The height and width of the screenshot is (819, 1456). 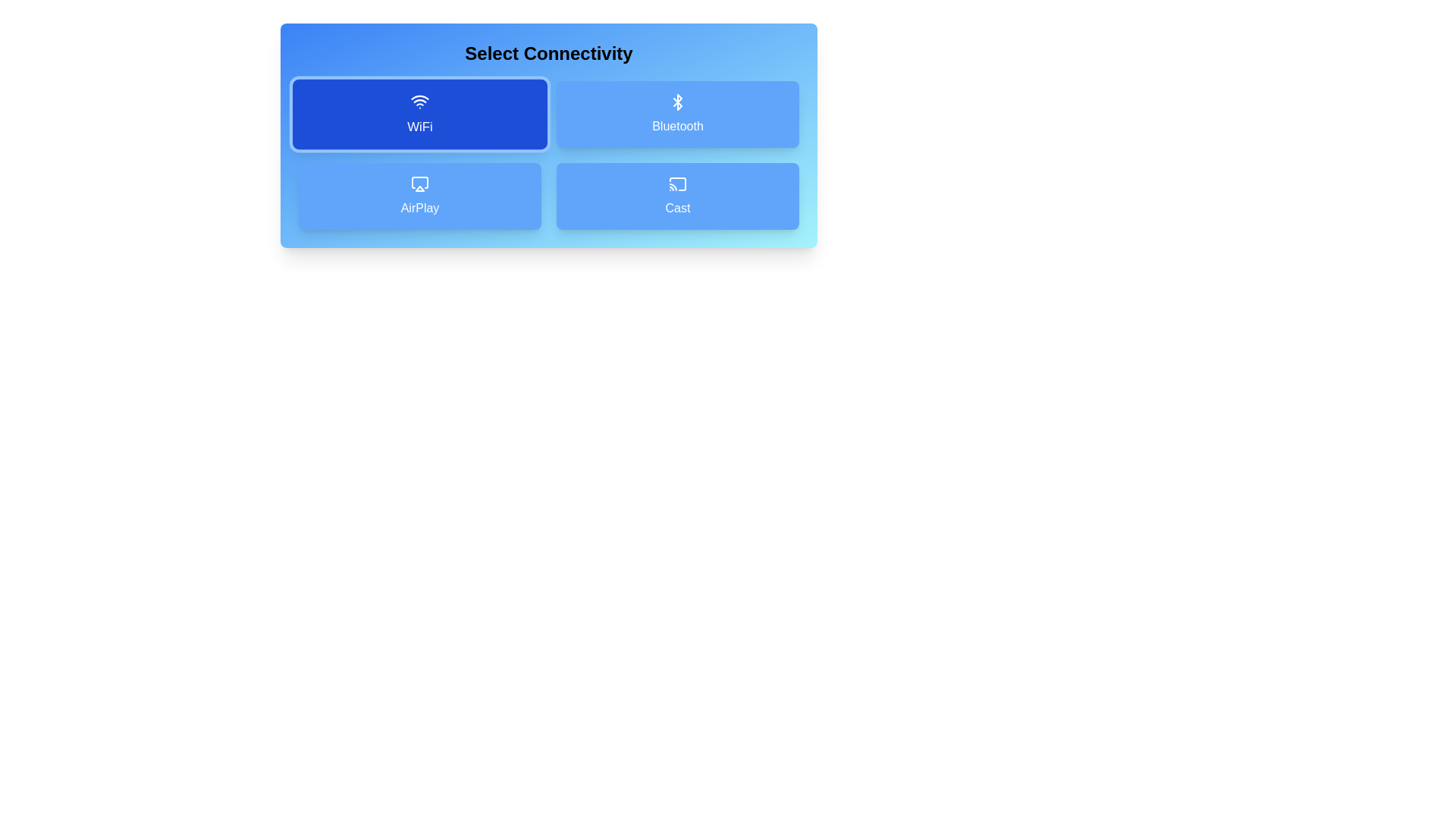 What do you see at coordinates (419, 113) in the screenshot?
I see `the WiFi button to select the desired connectivity option` at bounding box center [419, 113].